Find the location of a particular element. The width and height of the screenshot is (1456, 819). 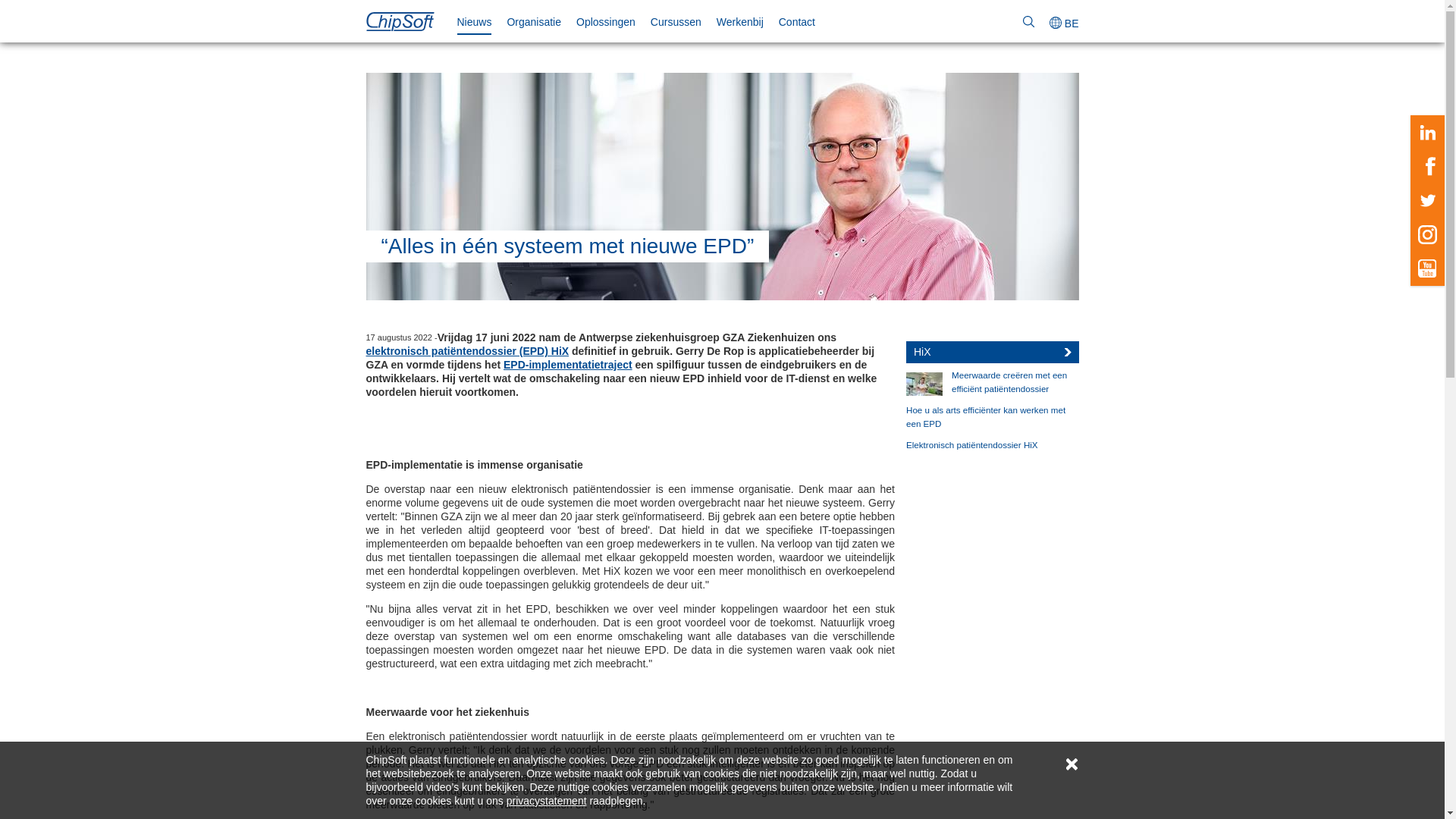

'Twitter' is located at coordinates (1426, 199).